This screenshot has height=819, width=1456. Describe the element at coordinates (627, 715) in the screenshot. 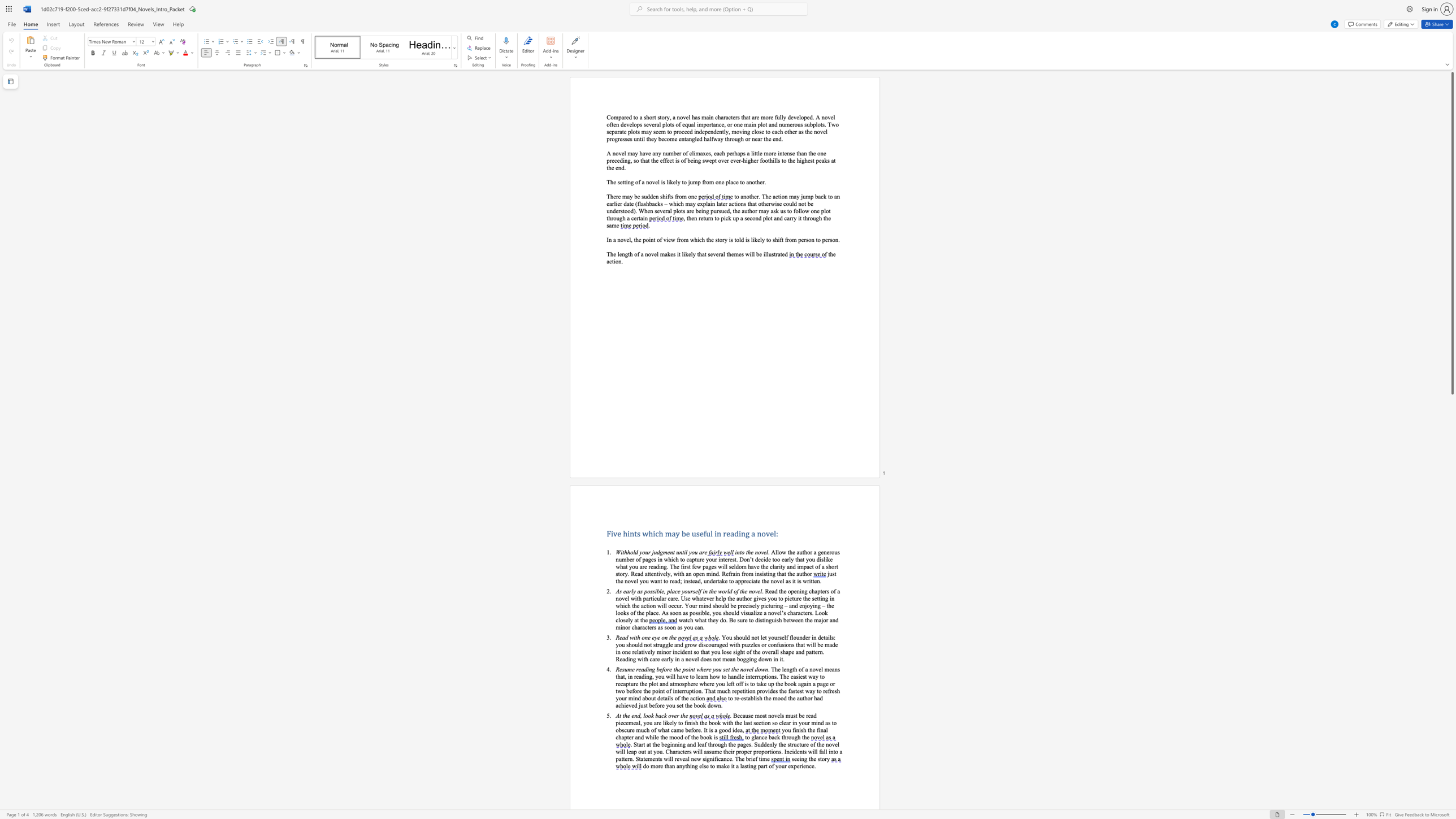

I see `the subset text "e e" within the text "At the end, look back over the"` at that location.